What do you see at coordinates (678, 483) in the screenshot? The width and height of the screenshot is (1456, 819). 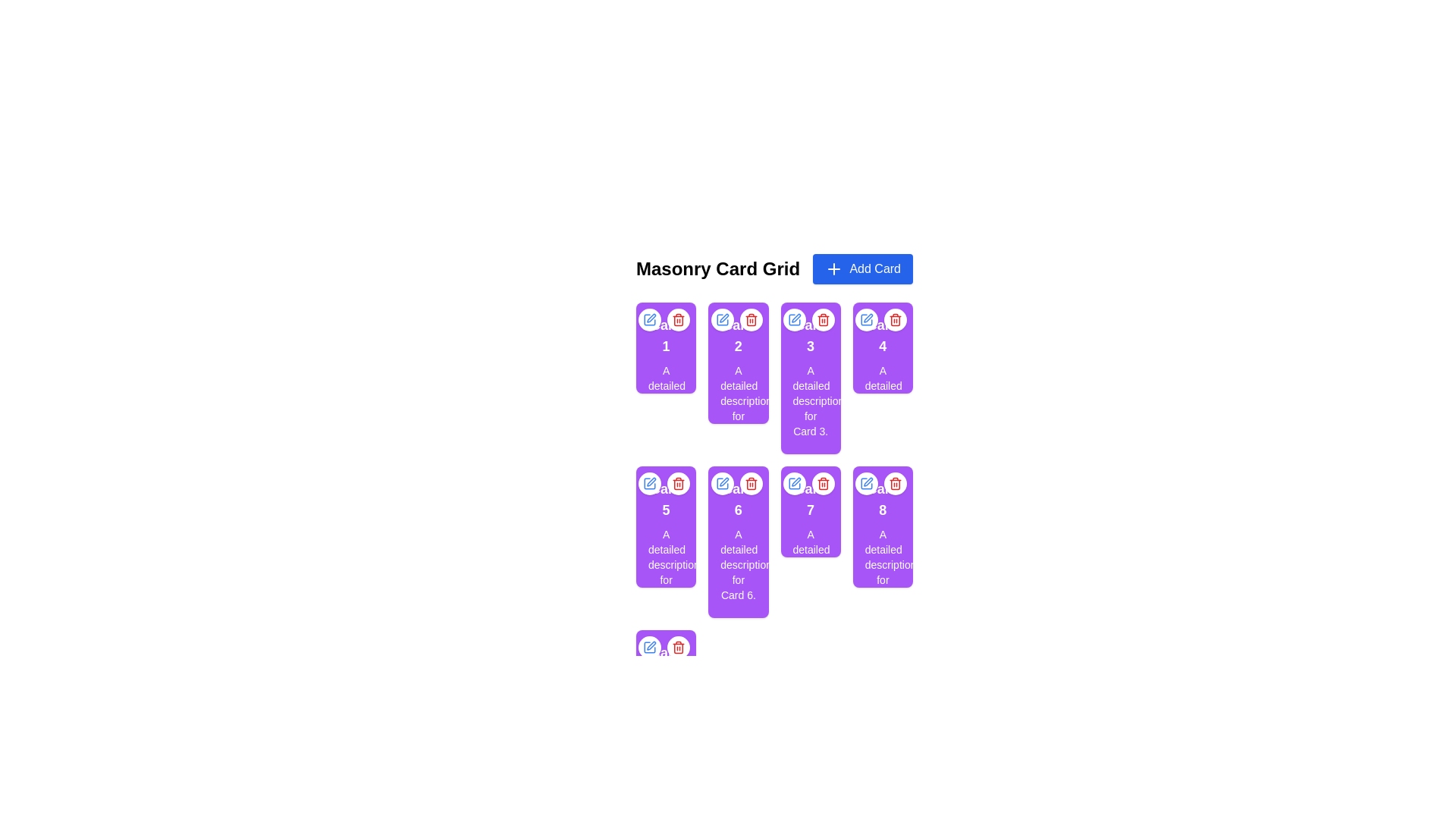 I see `the delete button located at the top-right corner of the card labeled '5', which is the second button in a row of two buttons on the right` at bounding box center [678, 483].